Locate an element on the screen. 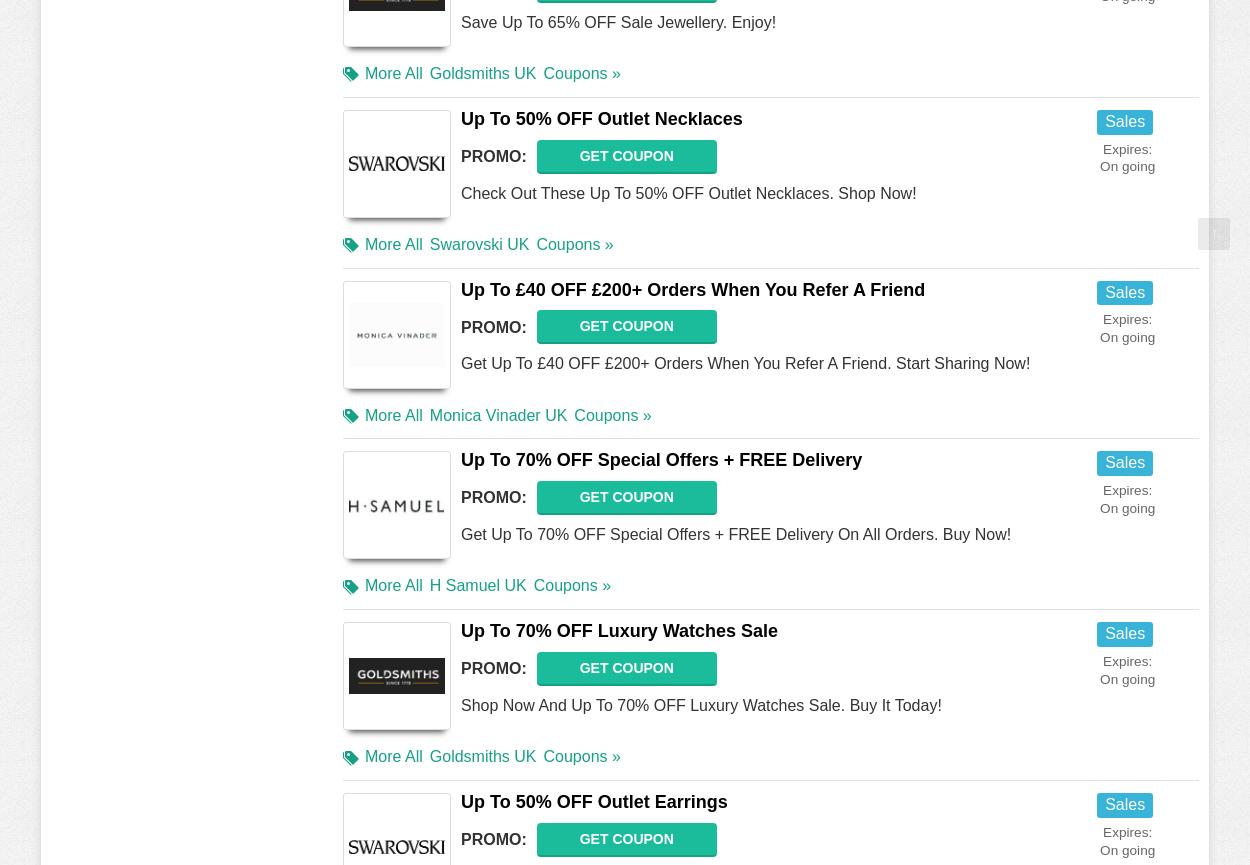 The width and height of the screenshot is (1250, 865). 'Save Up To 65% OFF Sale Jewellery. Enjoy!' is located at coordinates (617, 21).